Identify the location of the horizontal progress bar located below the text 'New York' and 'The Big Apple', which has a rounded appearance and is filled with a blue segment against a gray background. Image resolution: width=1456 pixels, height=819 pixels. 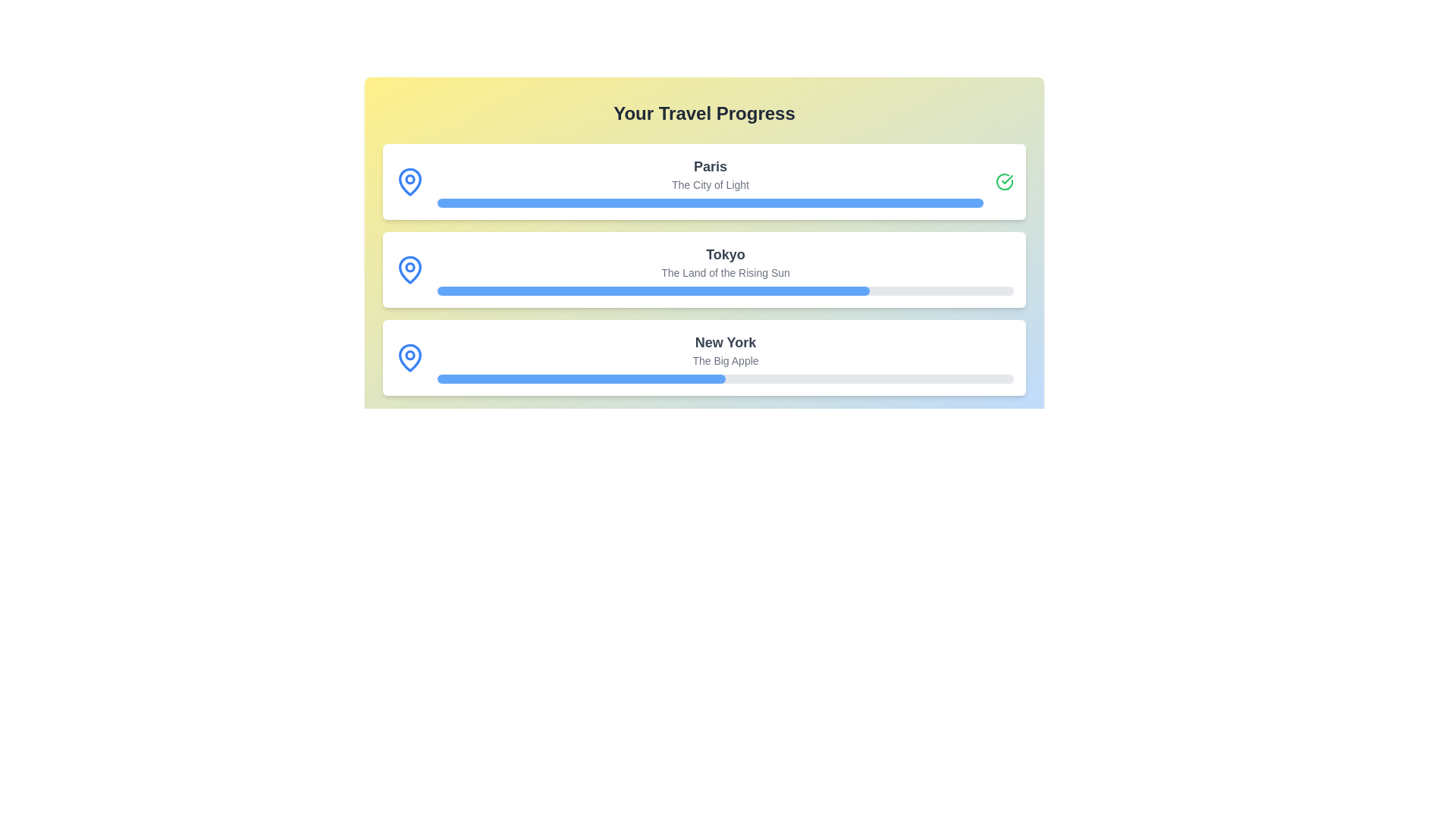
(724, 378).